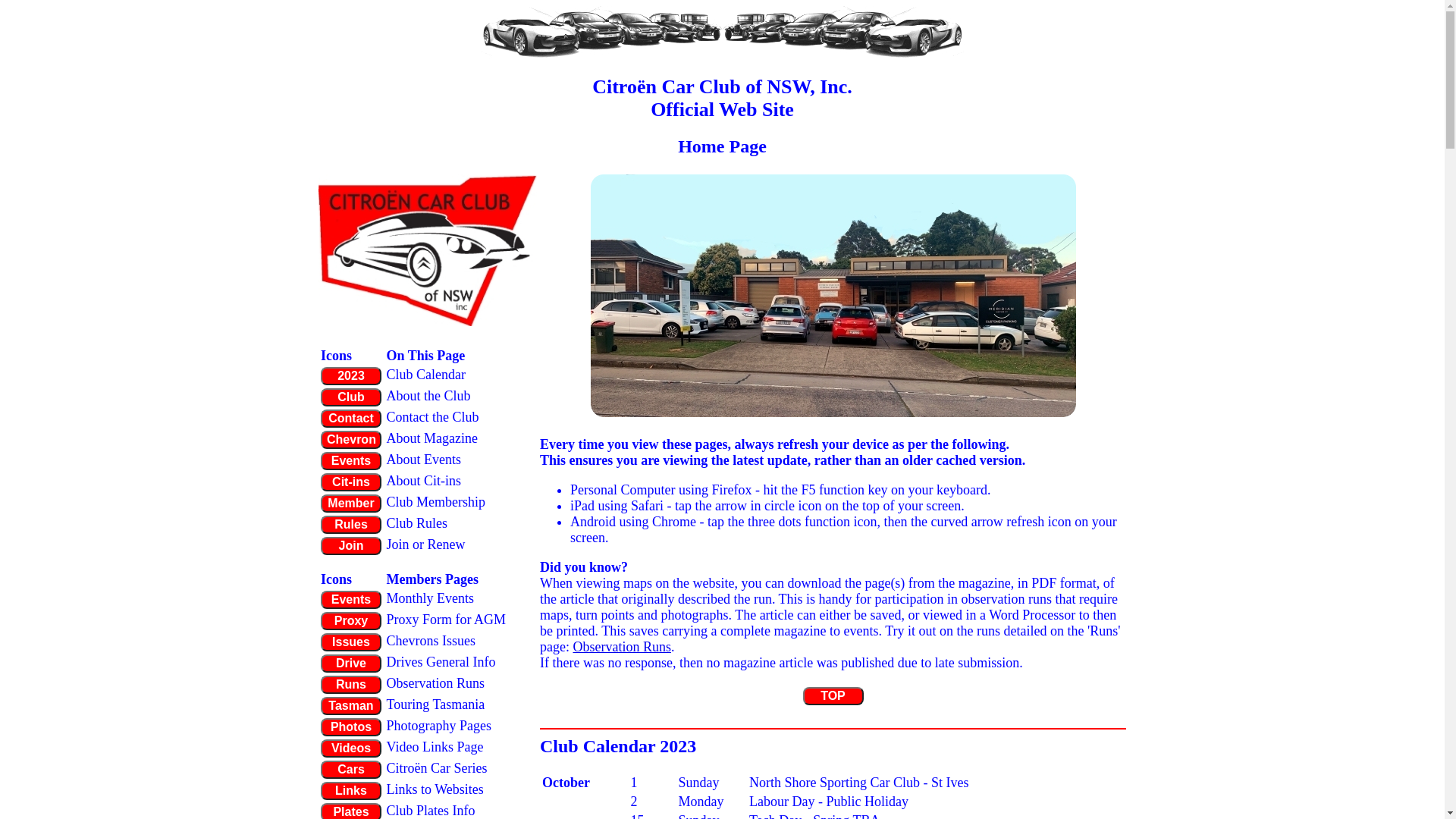 Image resolution: width=1456 pixels, height=819 pixels. Describe the element at coordinates (350, 663) in the screenshot. I see `'Drive'` at that location.